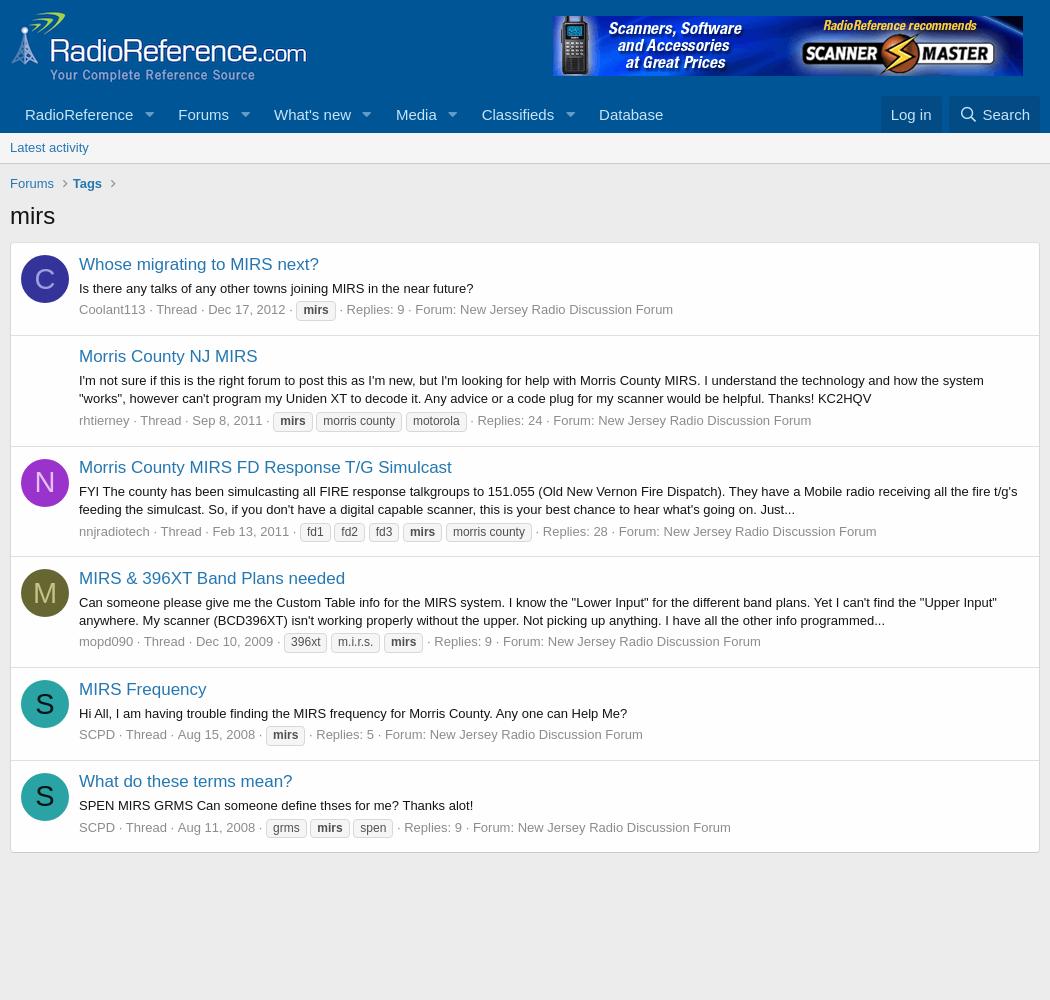 The width and height of the screenshot is (1050, 1000). What do you see at coordinates (573, 530) in the screenshot?
I see `'Replies: 28'` at bounding box center [573, 530].